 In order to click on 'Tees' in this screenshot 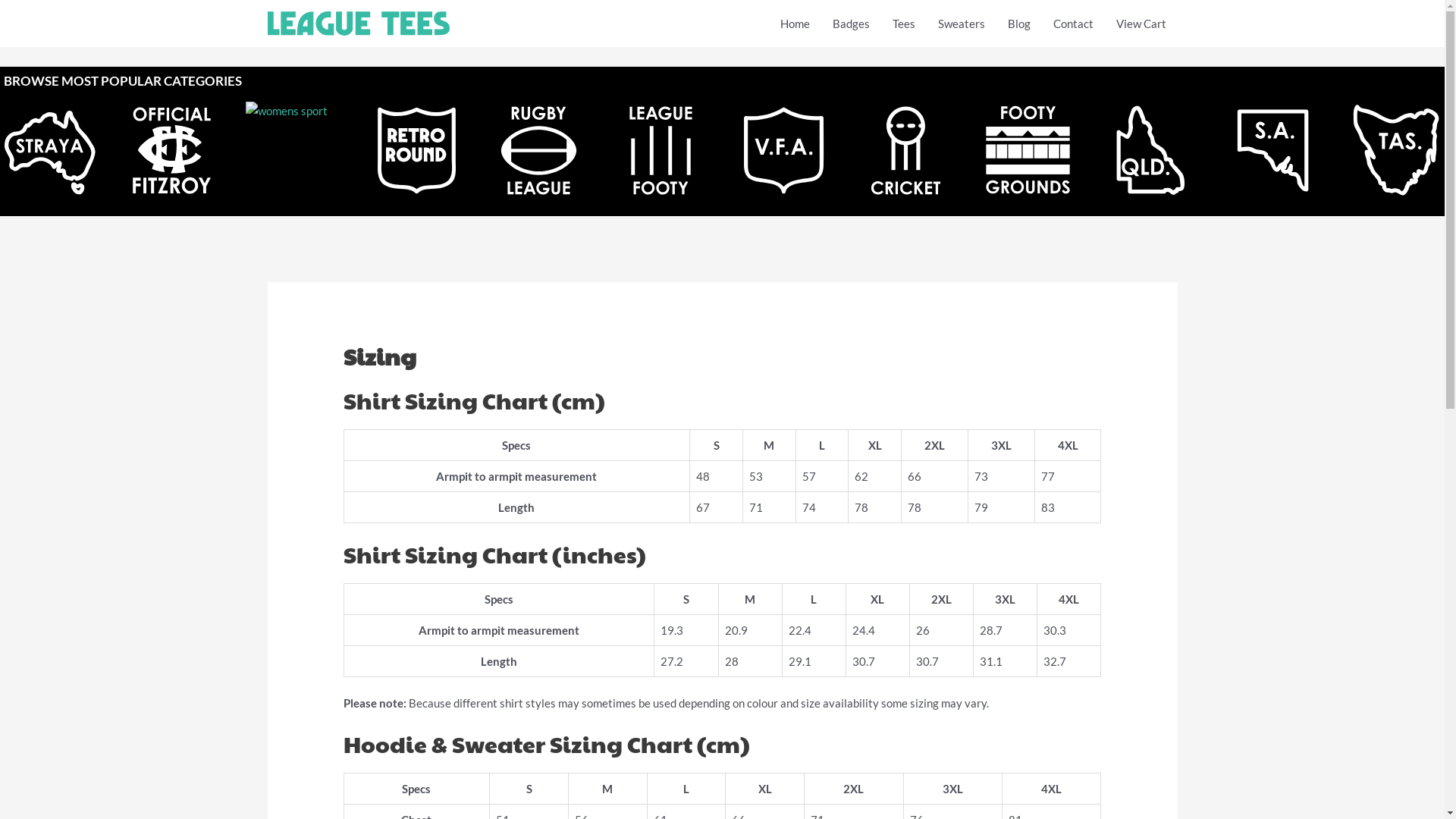, I will do `click(903, 23)`.